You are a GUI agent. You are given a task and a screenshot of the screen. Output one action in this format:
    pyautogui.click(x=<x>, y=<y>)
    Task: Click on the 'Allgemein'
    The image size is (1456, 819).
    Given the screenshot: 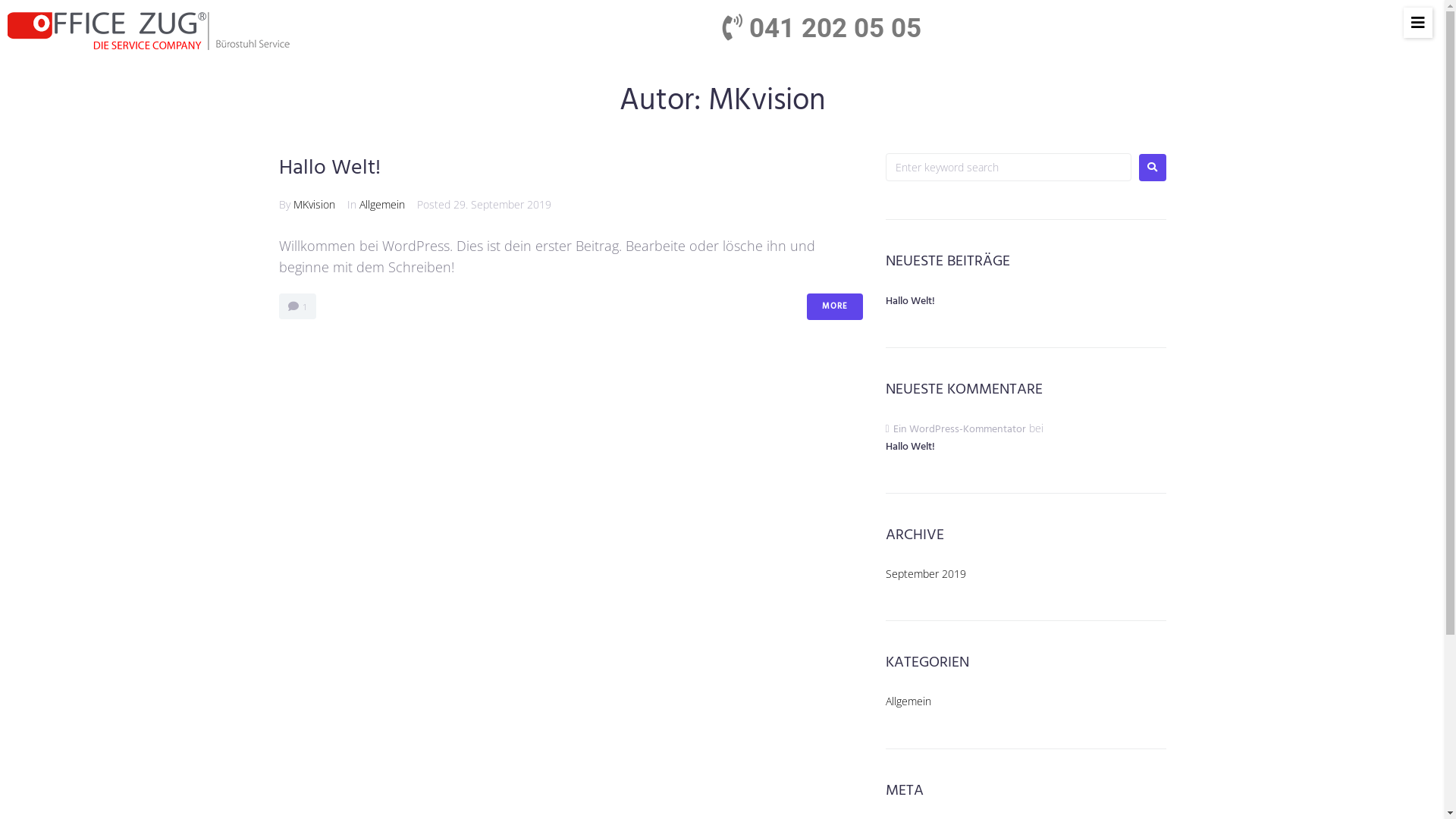 What is the action you would take?
    pyautogui.click(x=908, y=701)
    